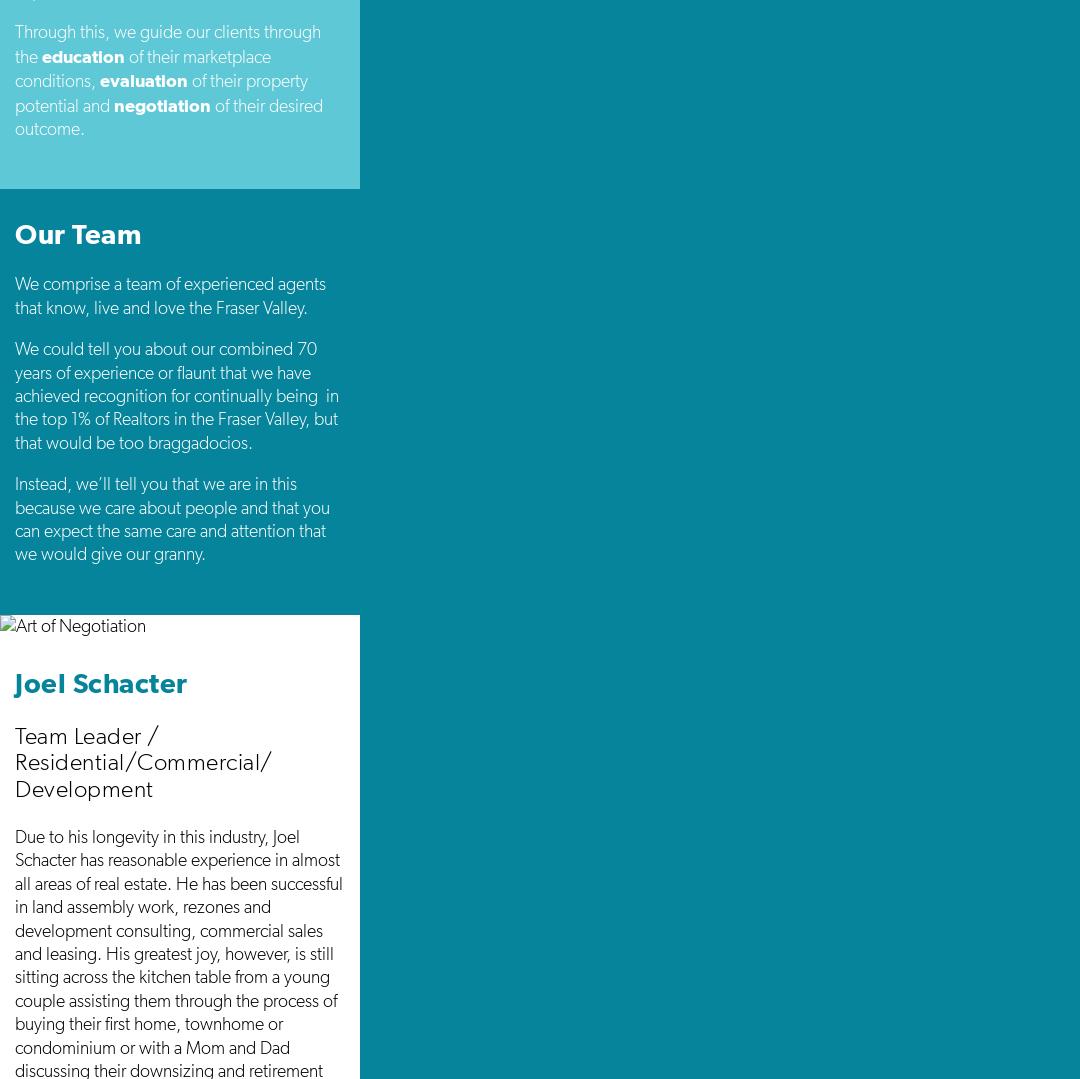  Describe the element at coordinates (169, 294) in the screenshot. I see `'We comprise a team of experienced agents that know, live and love the Fraser Valley.'` at that location.